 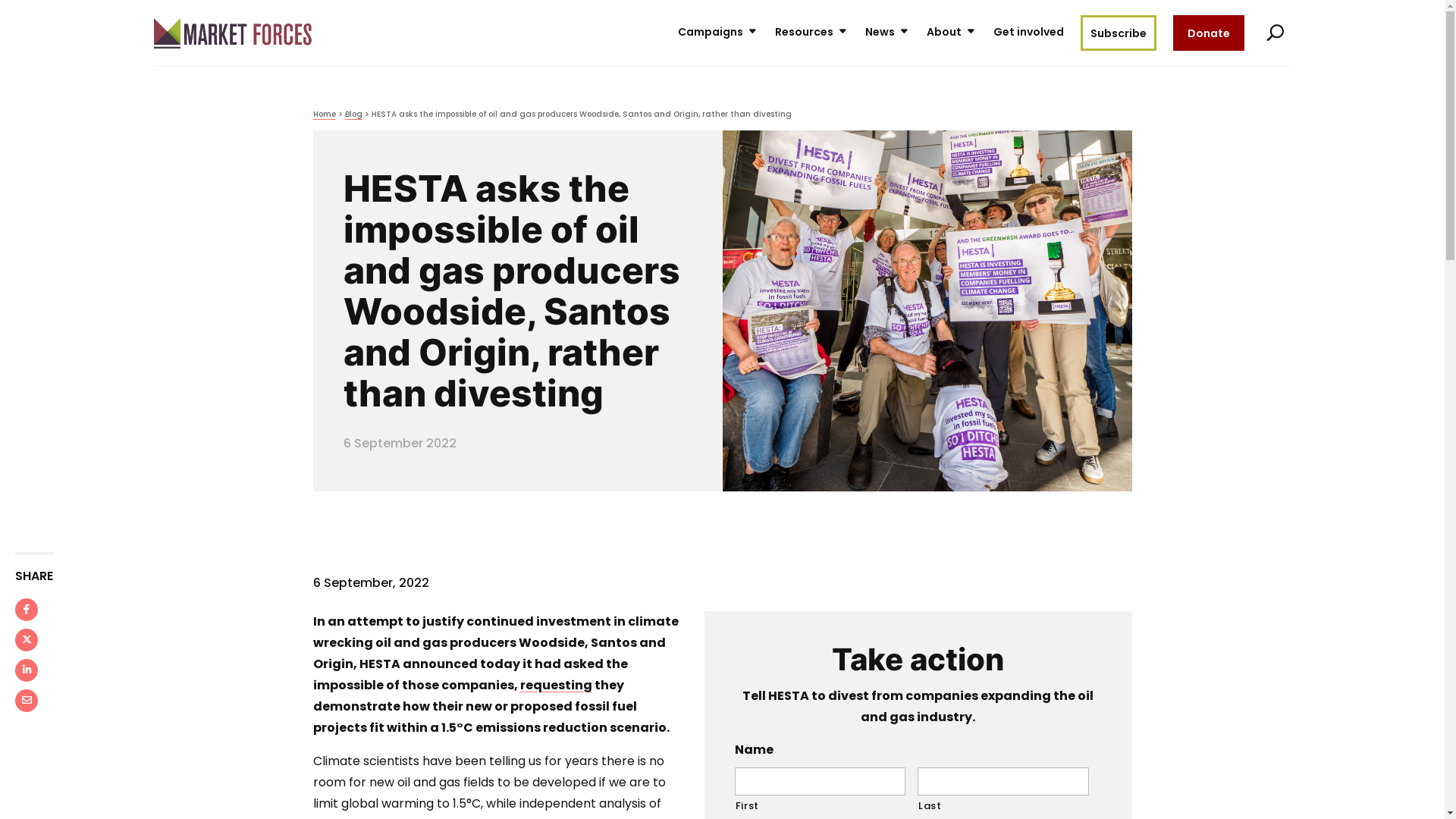 I want to click on 'Blog', so click(x=352, y=113).